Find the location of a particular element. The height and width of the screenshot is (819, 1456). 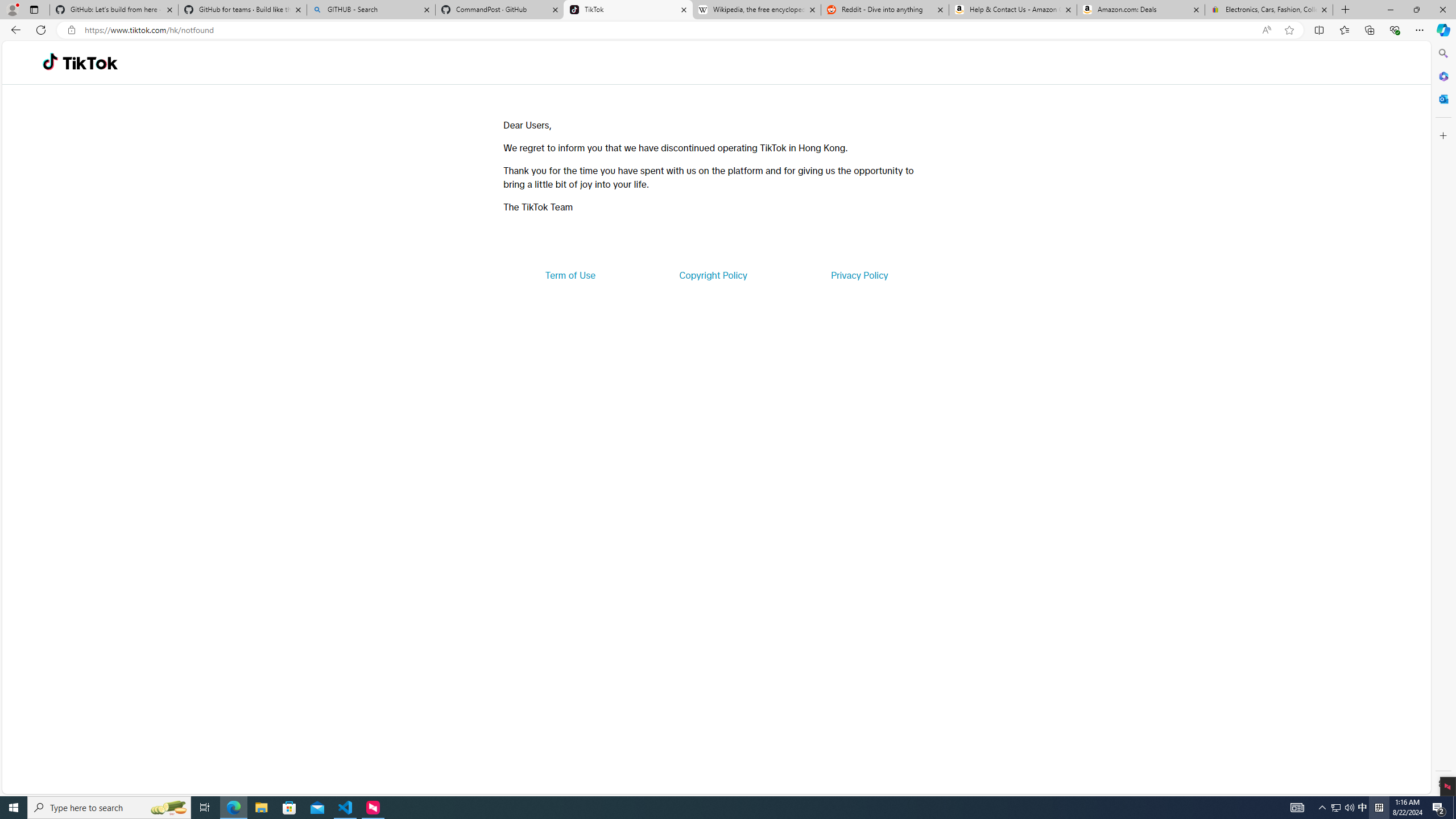

'TikTok' is located at coordinates (90, 63).